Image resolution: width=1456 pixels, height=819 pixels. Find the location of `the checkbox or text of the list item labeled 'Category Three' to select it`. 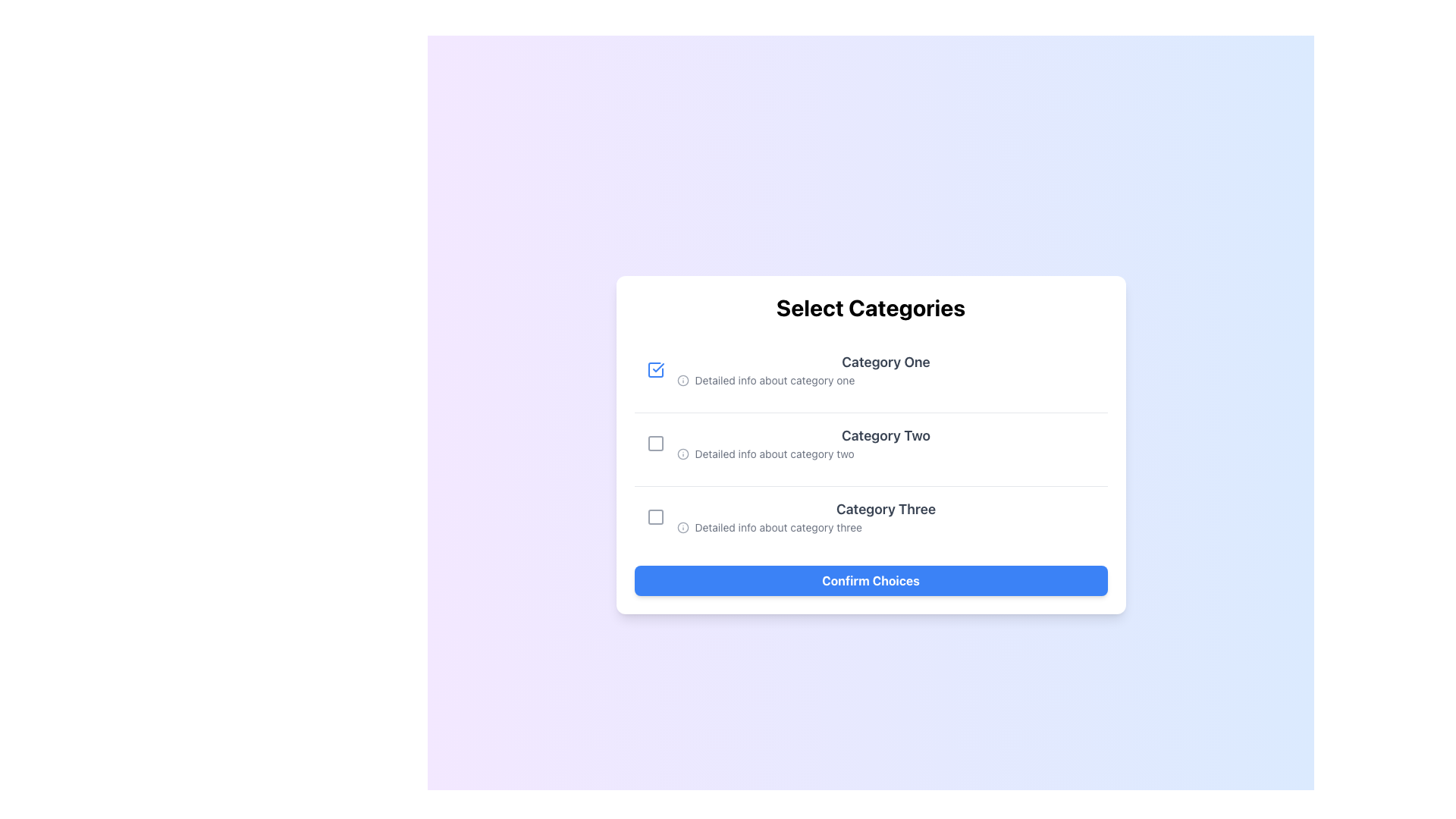

the checkbox or text of the list item labeled 'Category Three' to select it is located at coordinates (871, 516).